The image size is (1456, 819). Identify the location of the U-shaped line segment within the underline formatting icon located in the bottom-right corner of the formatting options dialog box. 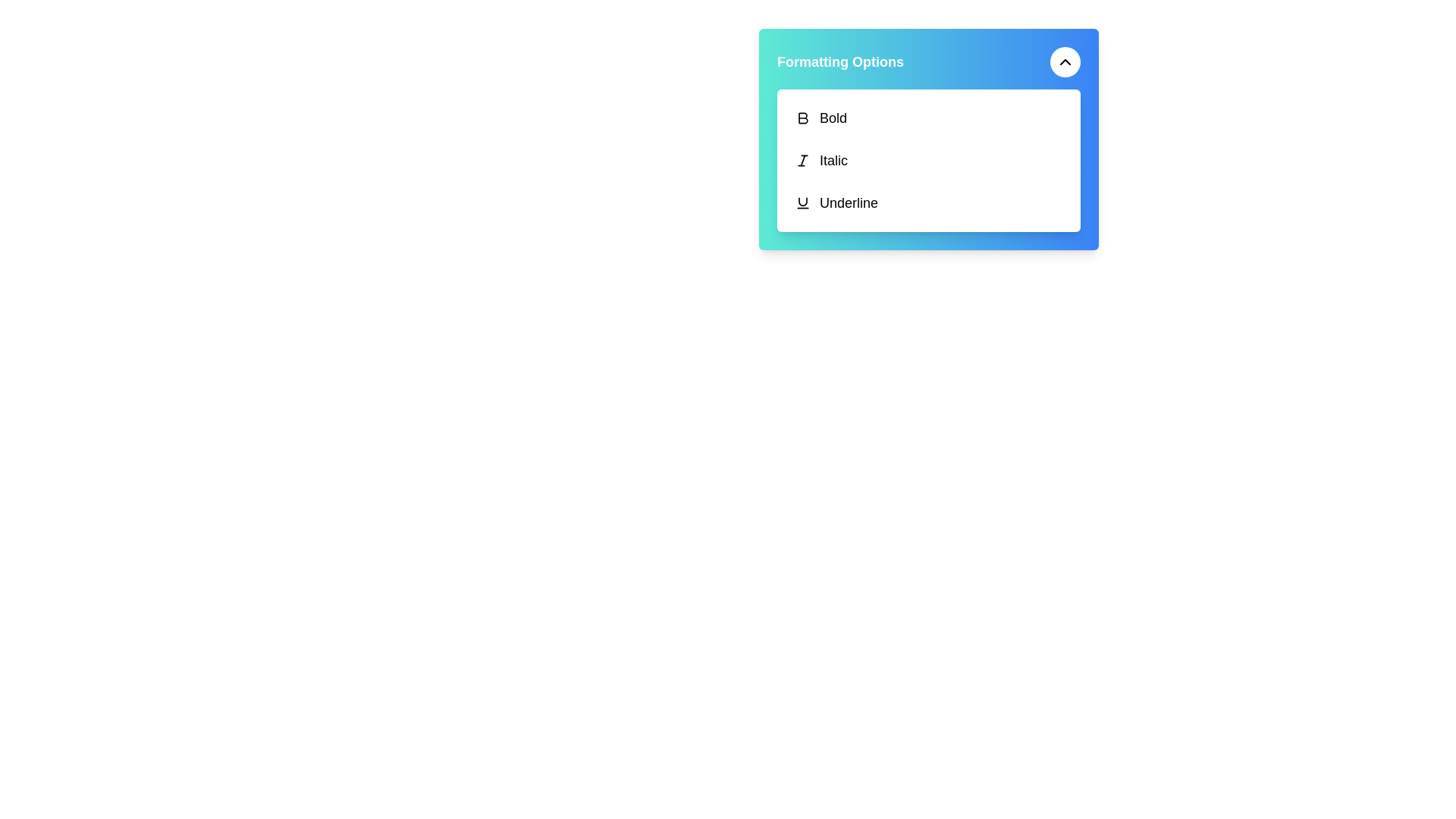
(802, 201).